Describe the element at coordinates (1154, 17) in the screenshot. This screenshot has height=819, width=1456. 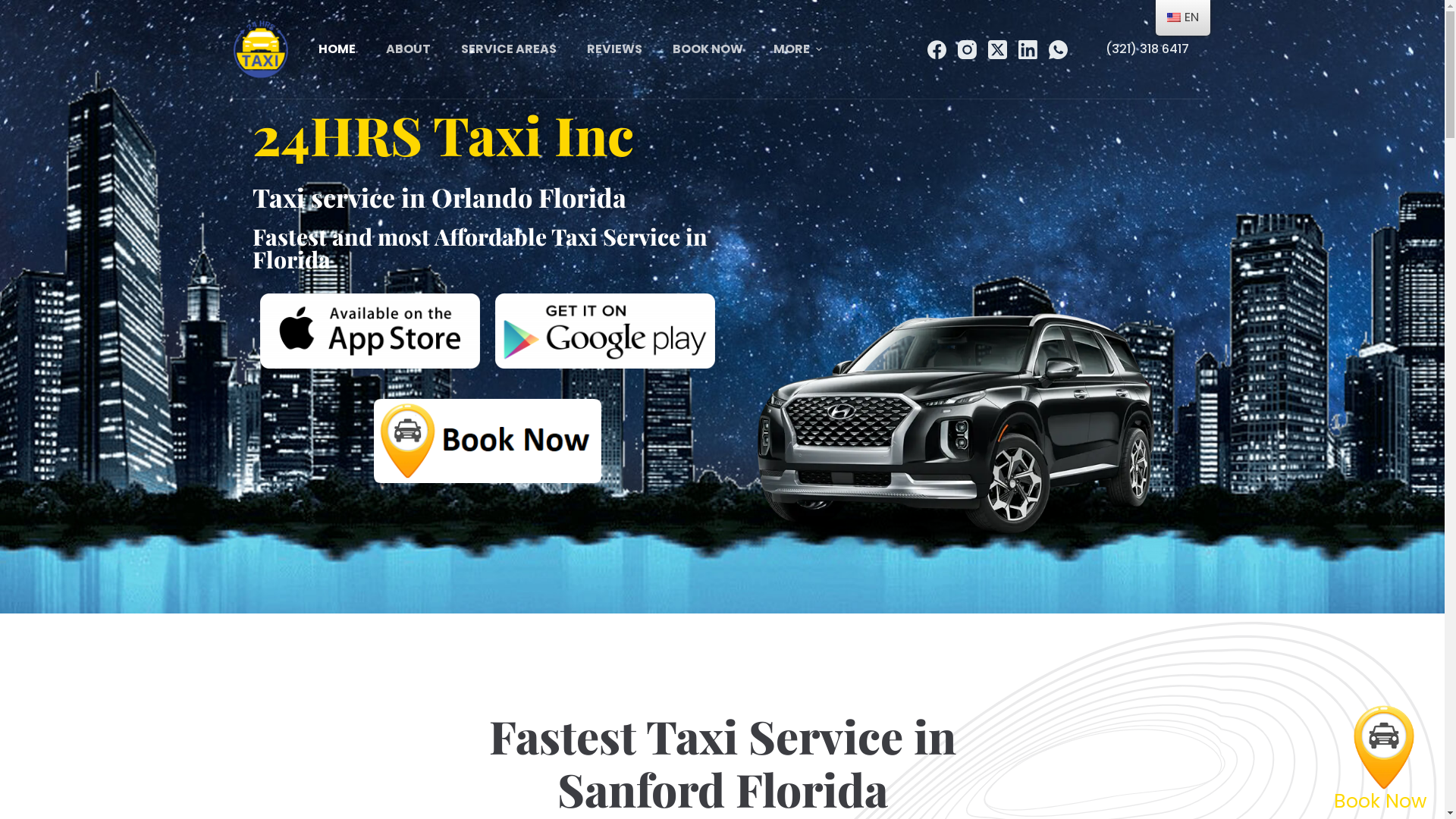
I see `'EN'` at that location.